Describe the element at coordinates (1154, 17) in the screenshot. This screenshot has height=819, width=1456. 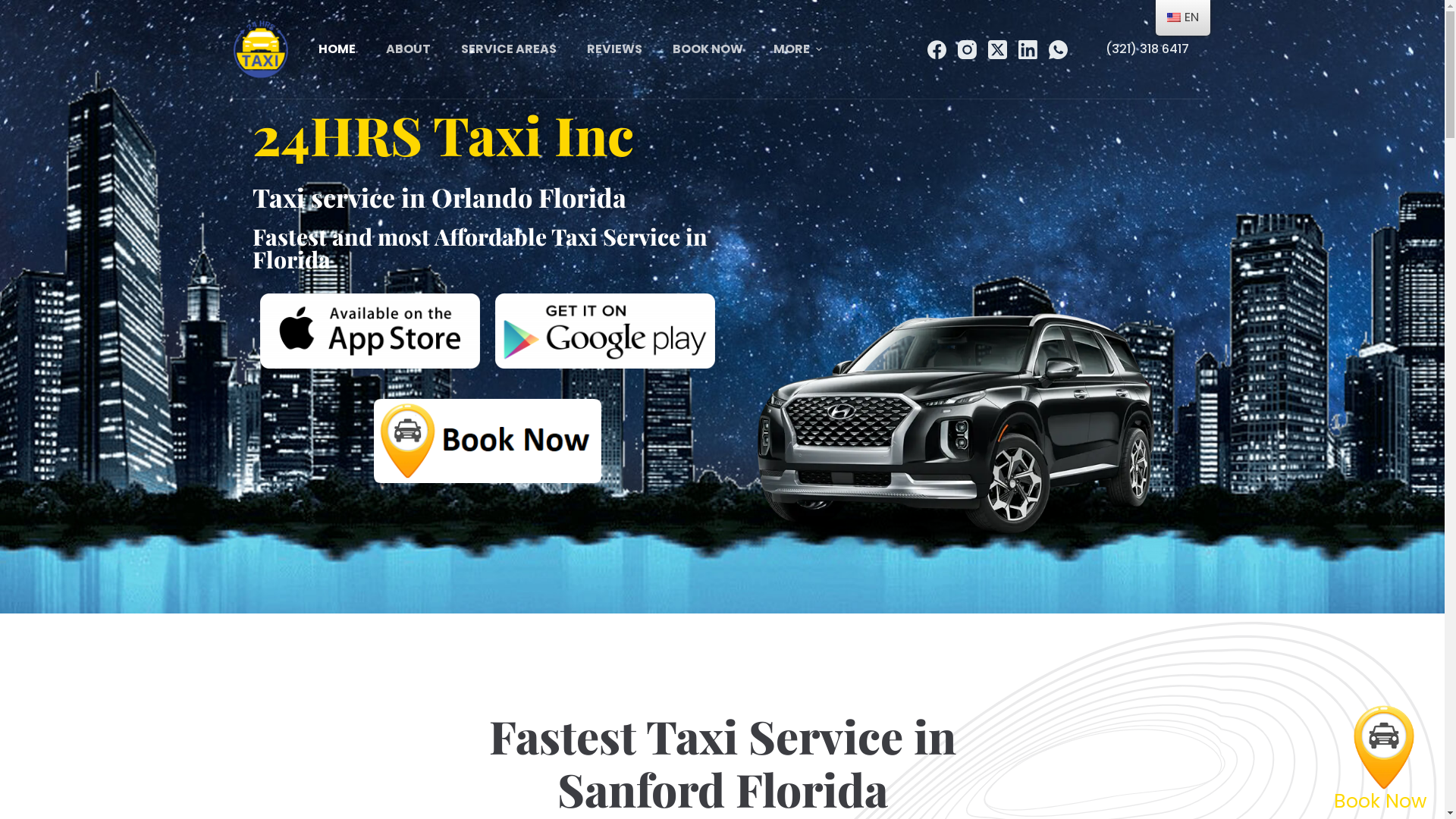
I see `'EN'` at that location.